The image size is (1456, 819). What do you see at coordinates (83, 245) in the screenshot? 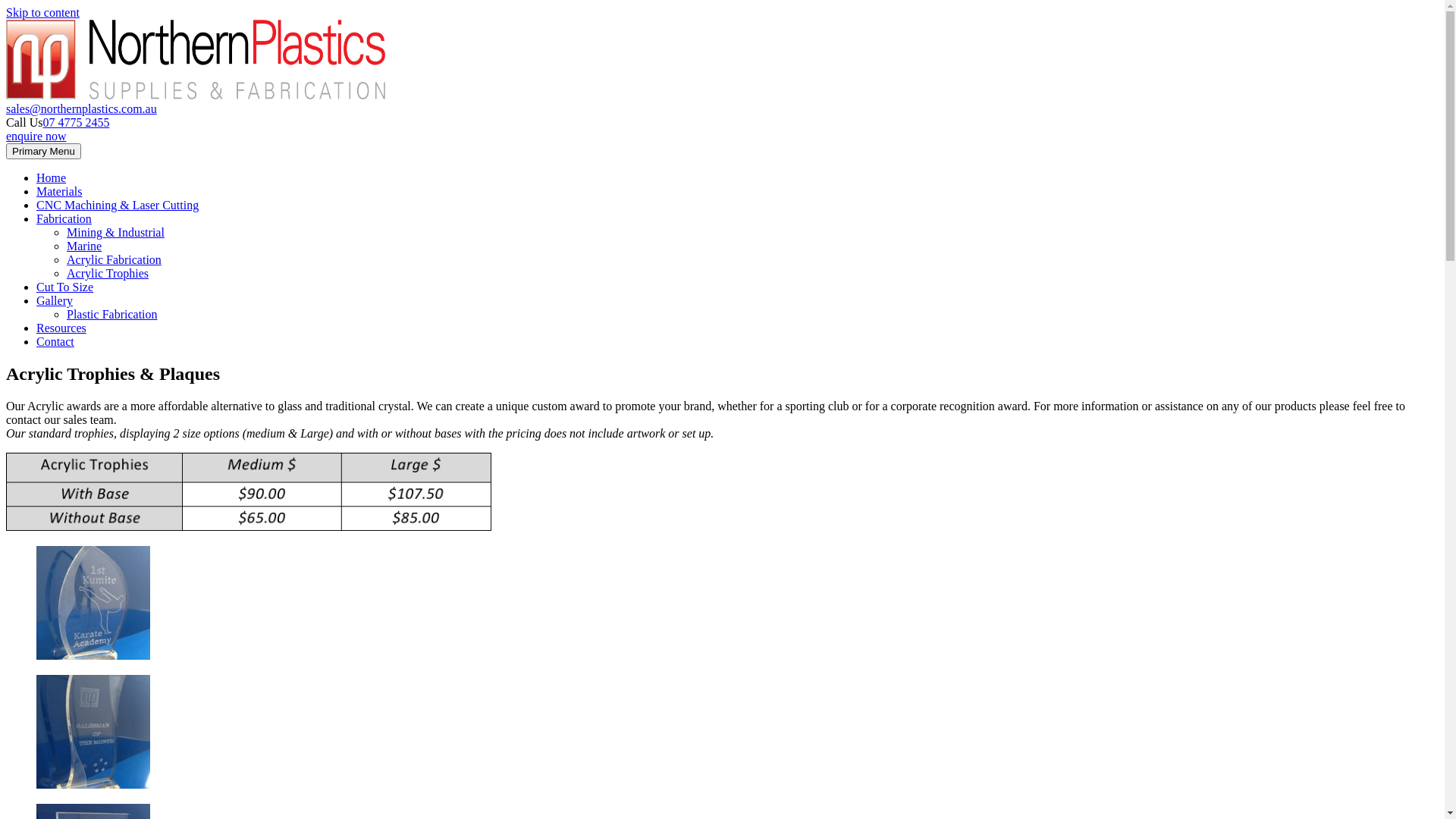
I see `'Marine'` at bounding box center [83, 245].